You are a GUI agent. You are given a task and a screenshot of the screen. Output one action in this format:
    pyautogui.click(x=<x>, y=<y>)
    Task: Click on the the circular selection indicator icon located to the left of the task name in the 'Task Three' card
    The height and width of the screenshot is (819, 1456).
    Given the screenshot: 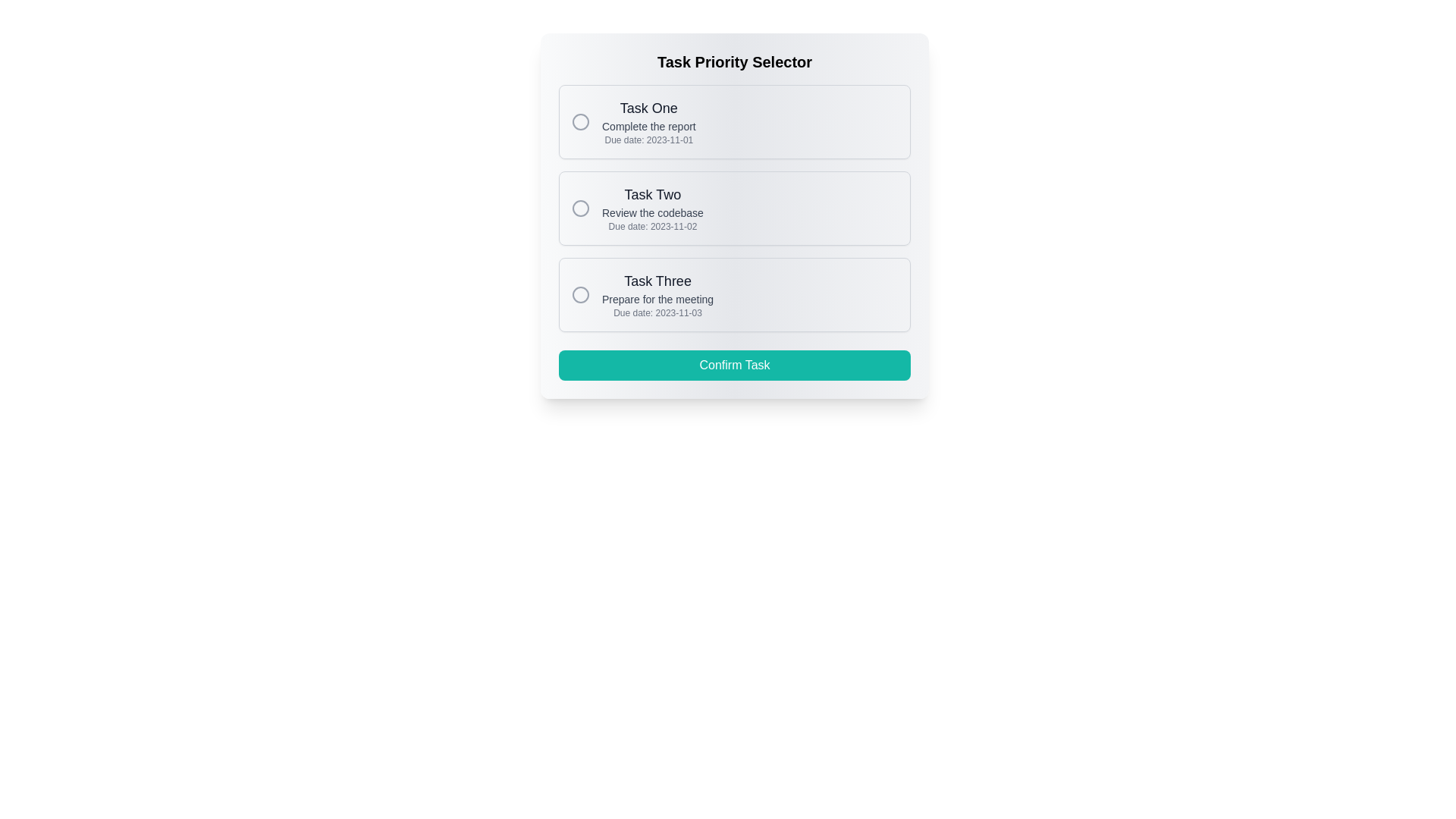 What is the action you would take?
    pyautogui.click(x=580, y=295)
    